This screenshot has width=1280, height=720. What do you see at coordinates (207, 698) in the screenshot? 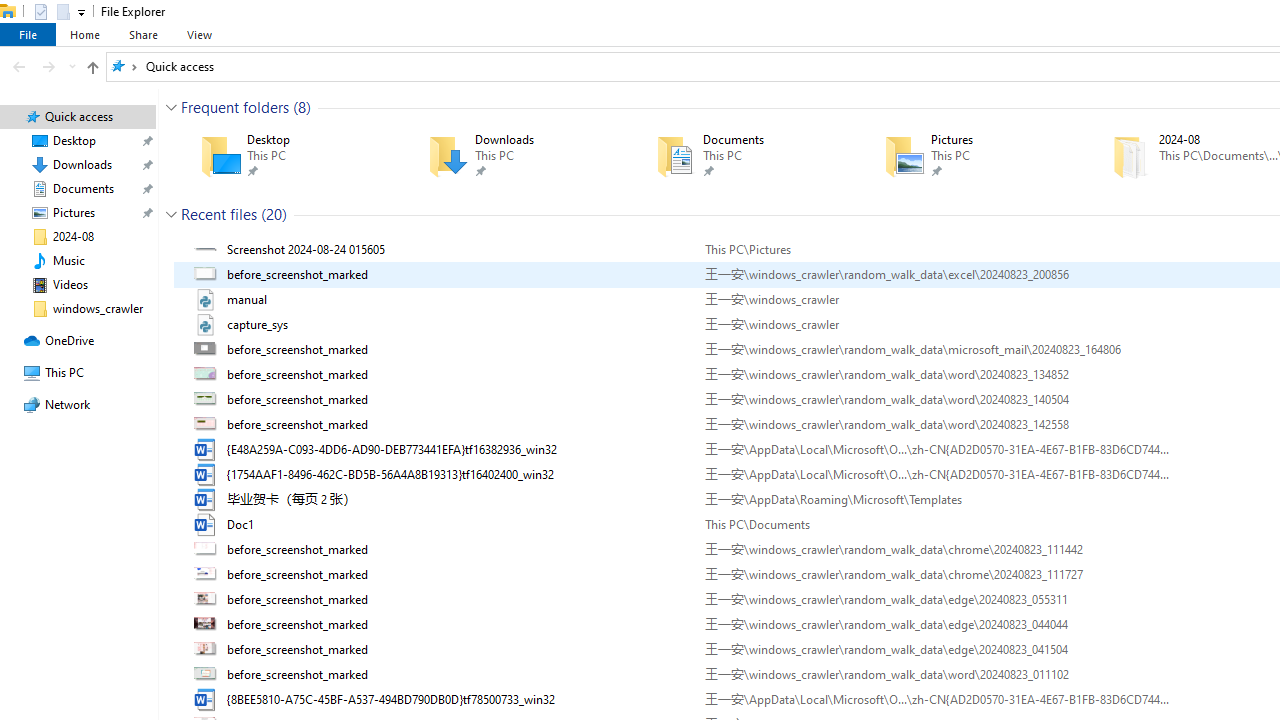
I see `'Class: UIImage'` at bounding box center [207, 698].